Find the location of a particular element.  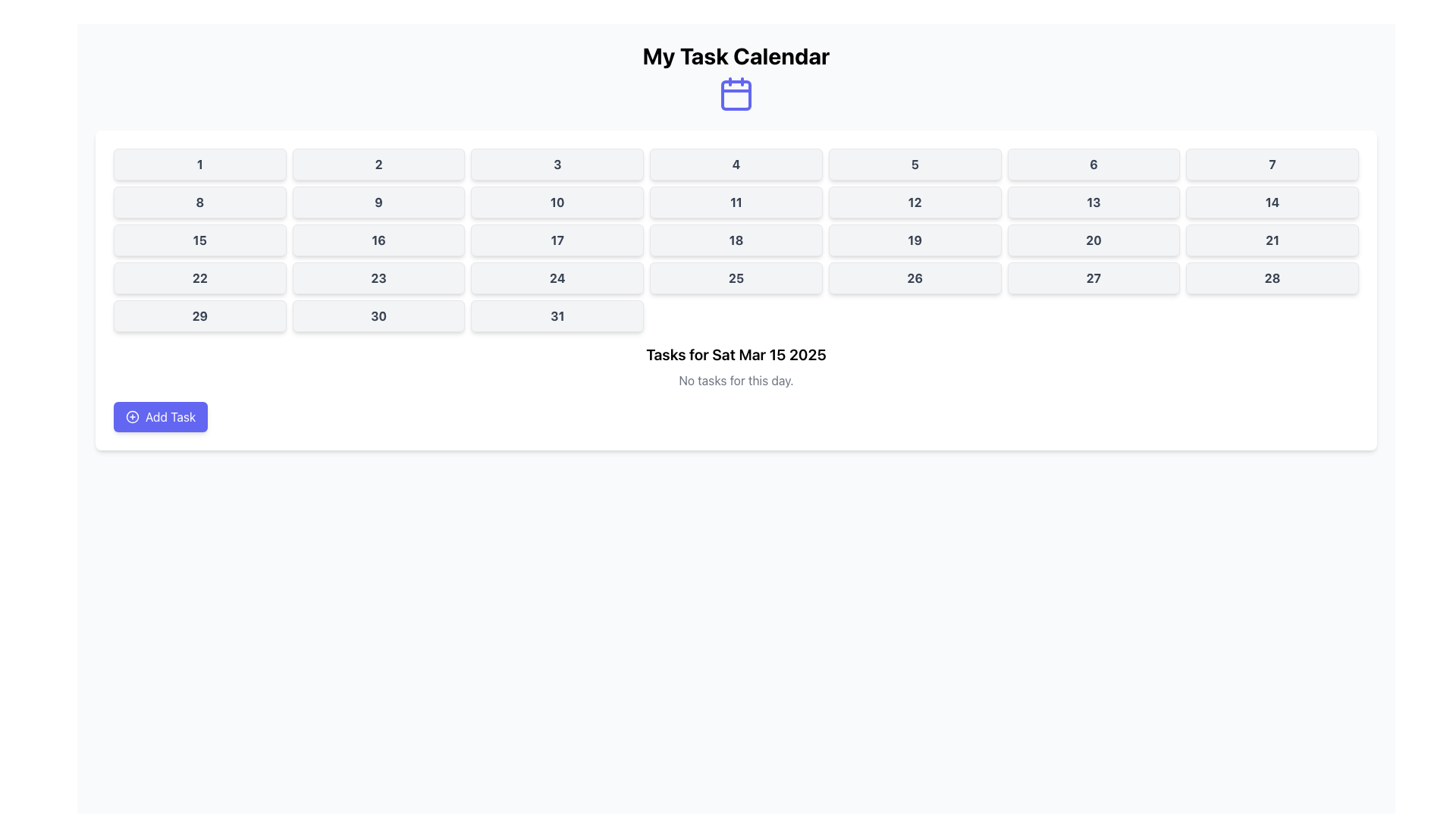

the button displaying the number '5' with a light gray background in the grid-like calendar structure is located at coordinates (914, 164).